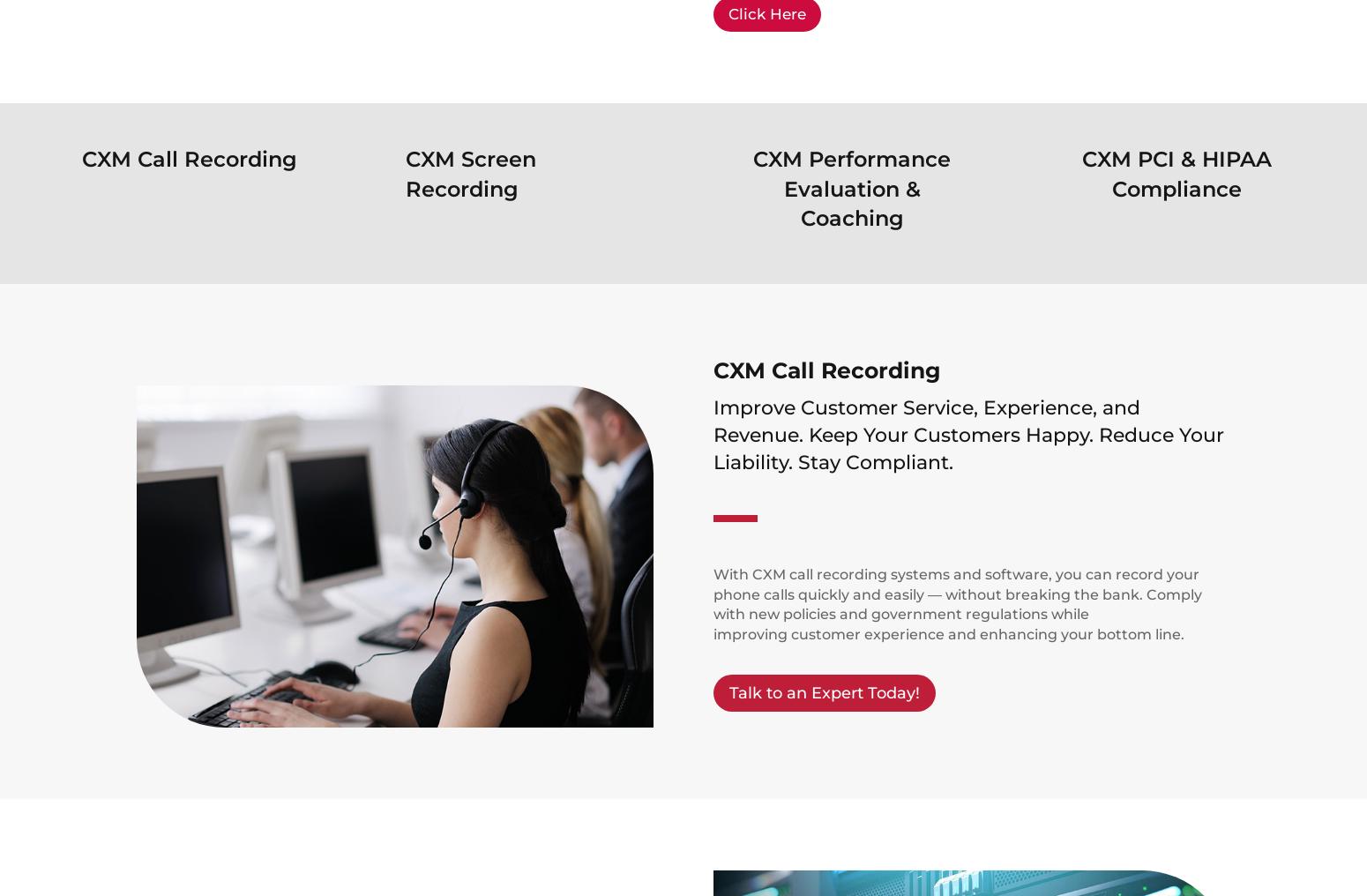 This screenshot has height=896, width=1367. What do you see at coordinates (922, 633) in the screenshot?
I see `'customer experience and enhancing'` at bounding box center [922, 633].